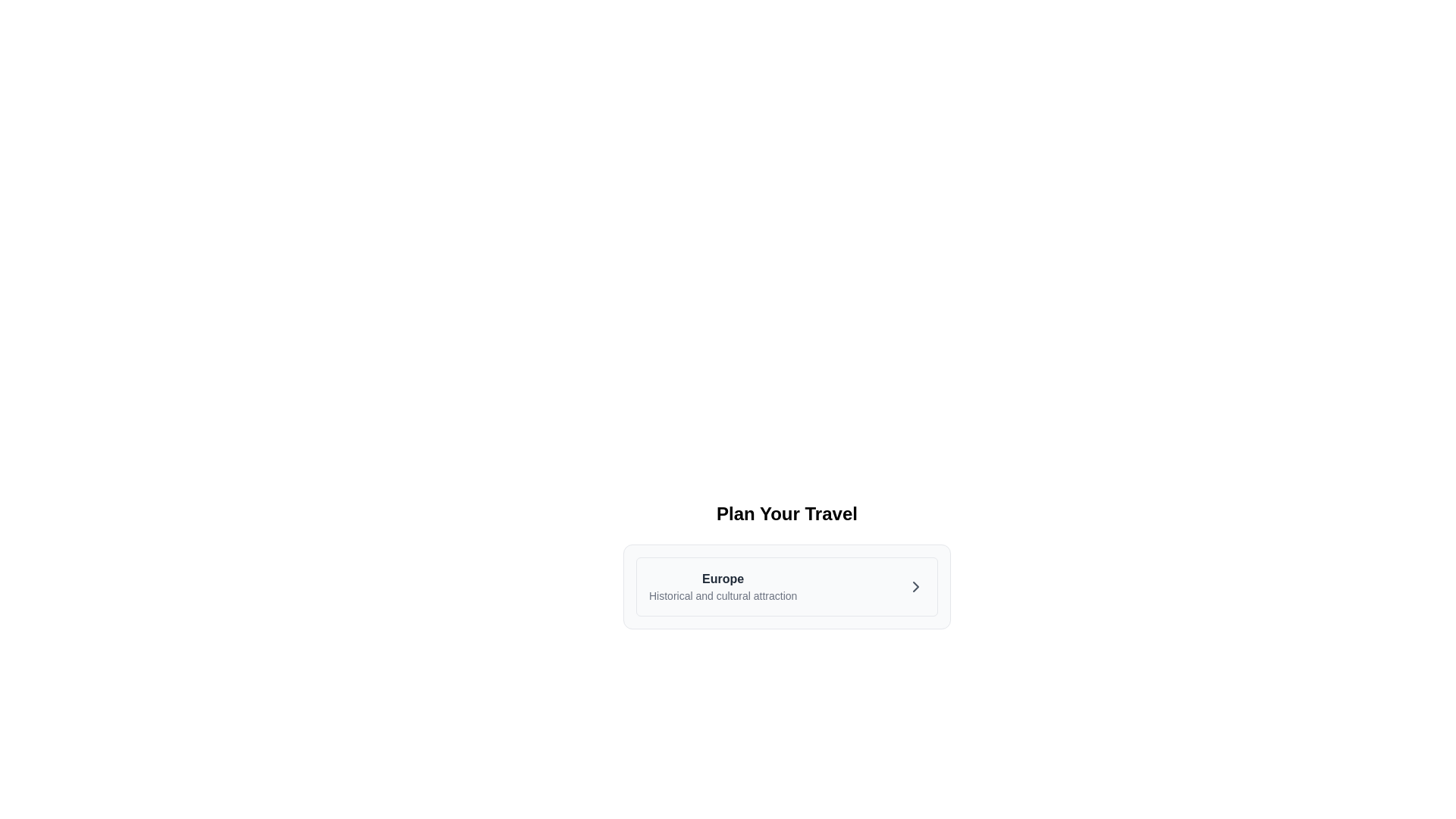 Image resolution: width=1456 pixels, height=819 pixels. Describe the element at coordinates (915, 586) in the screenshot. I see `the chevron icon located at the far-right end of the section containing the text 'Europe'` at that location.